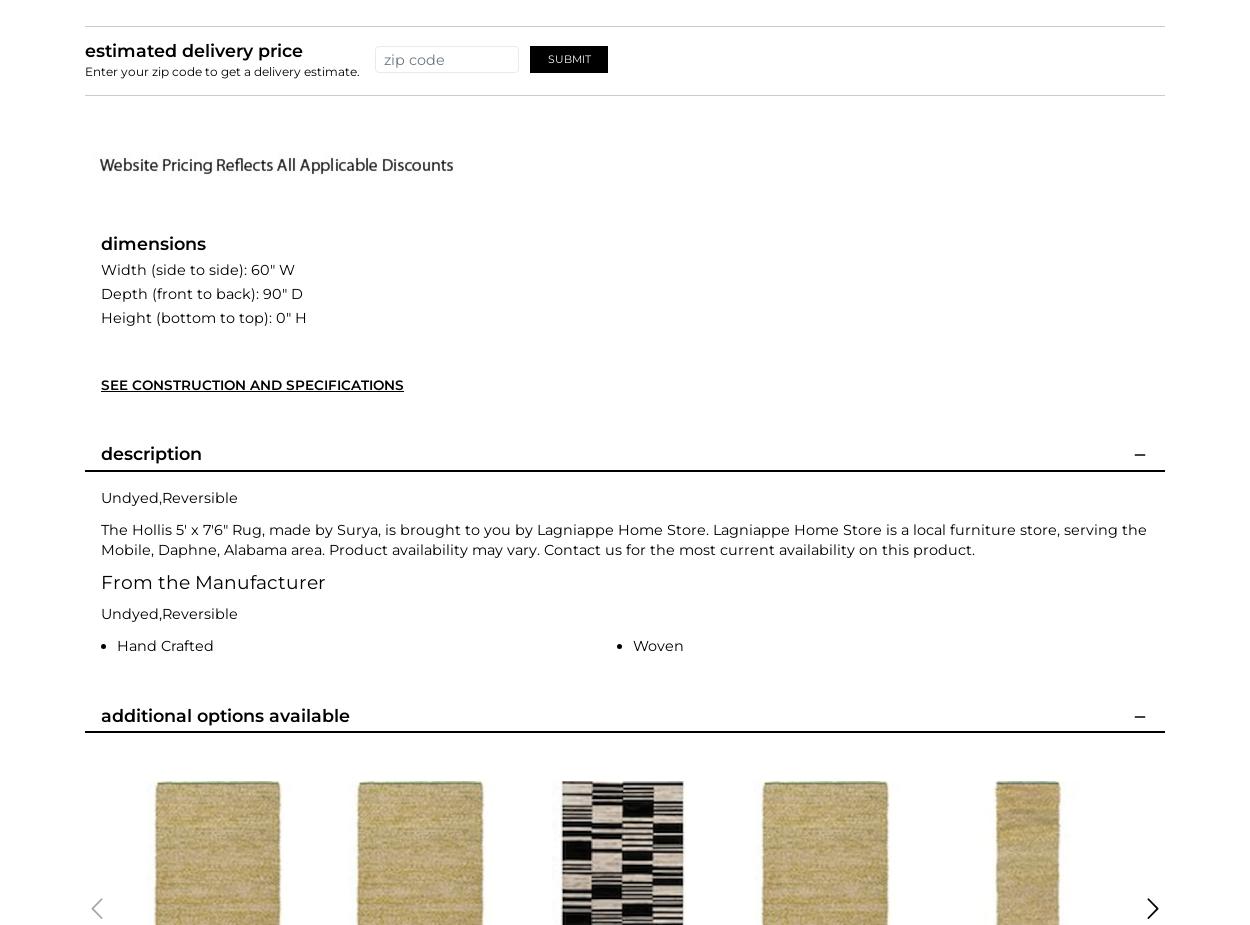 The image size is (1250, 925). I want to click on 'Dimensions', so click(153, 241).